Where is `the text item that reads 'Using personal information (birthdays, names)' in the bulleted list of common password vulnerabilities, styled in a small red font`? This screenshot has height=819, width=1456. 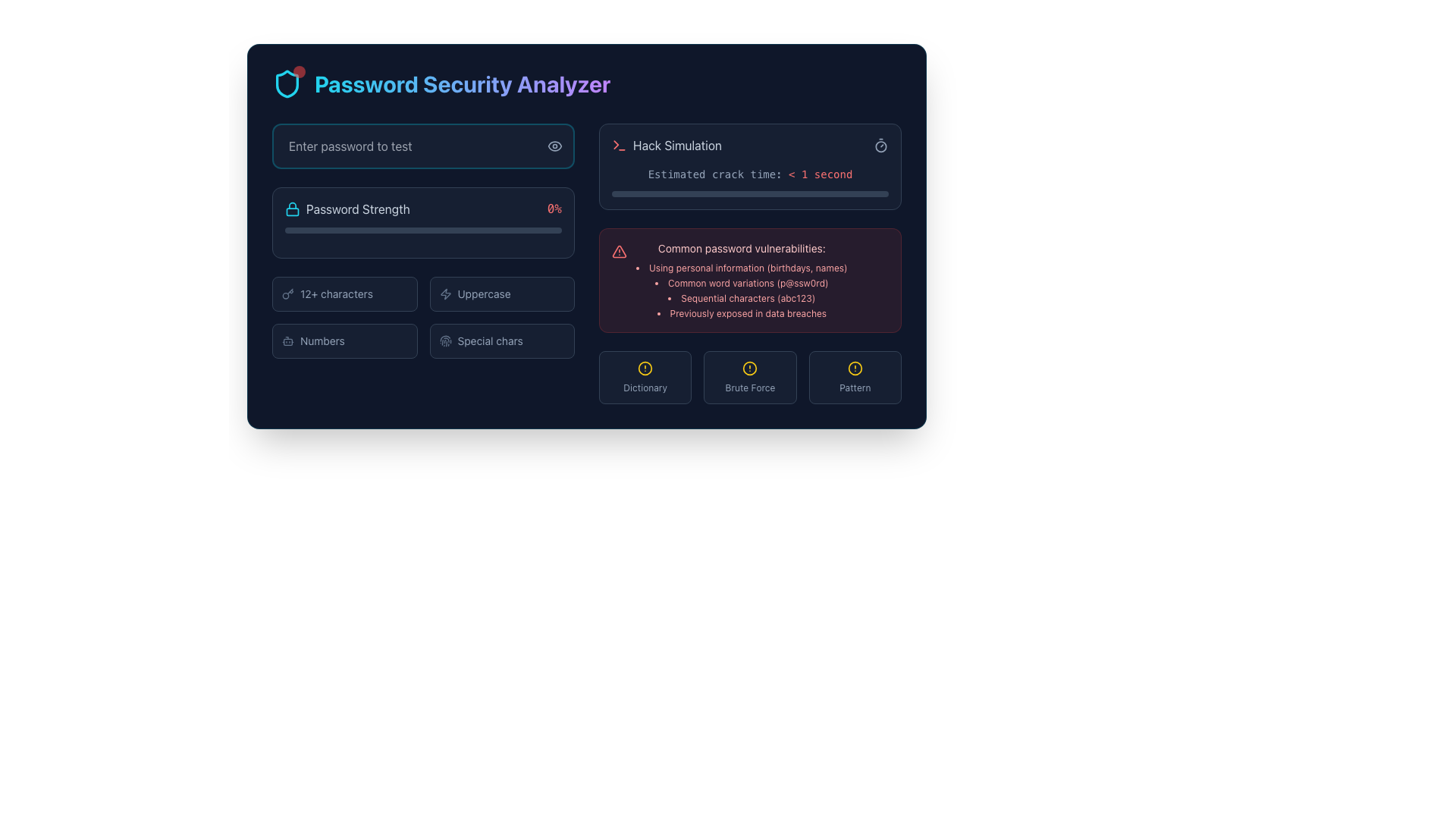 the text item that reads 'Using personal information (birthdays, names)' in the bulleted list of common password vulnerabilities, styled in a small red font is located at coordinates (742, 268).